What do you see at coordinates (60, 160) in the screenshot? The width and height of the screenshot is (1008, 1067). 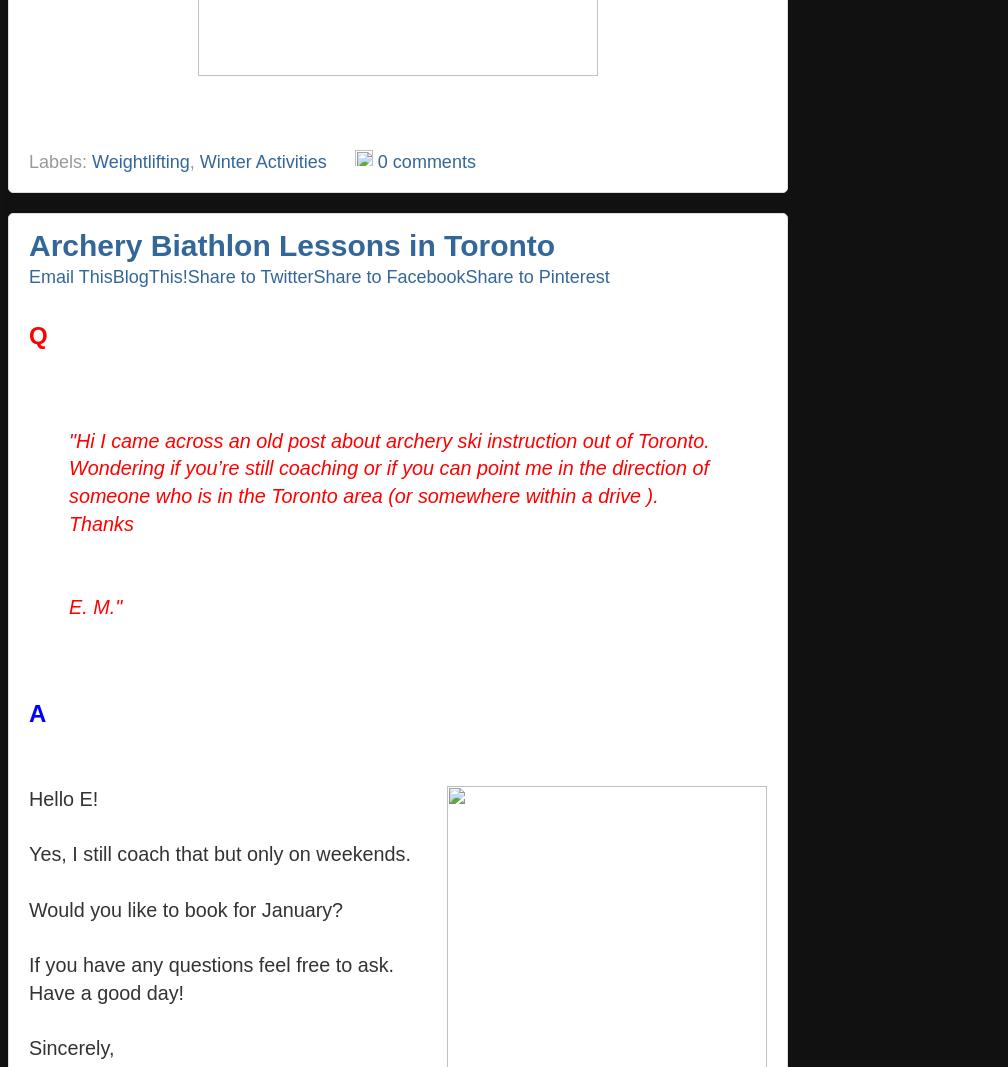 I see `'Labels:'` at bounding box center [60, 160].